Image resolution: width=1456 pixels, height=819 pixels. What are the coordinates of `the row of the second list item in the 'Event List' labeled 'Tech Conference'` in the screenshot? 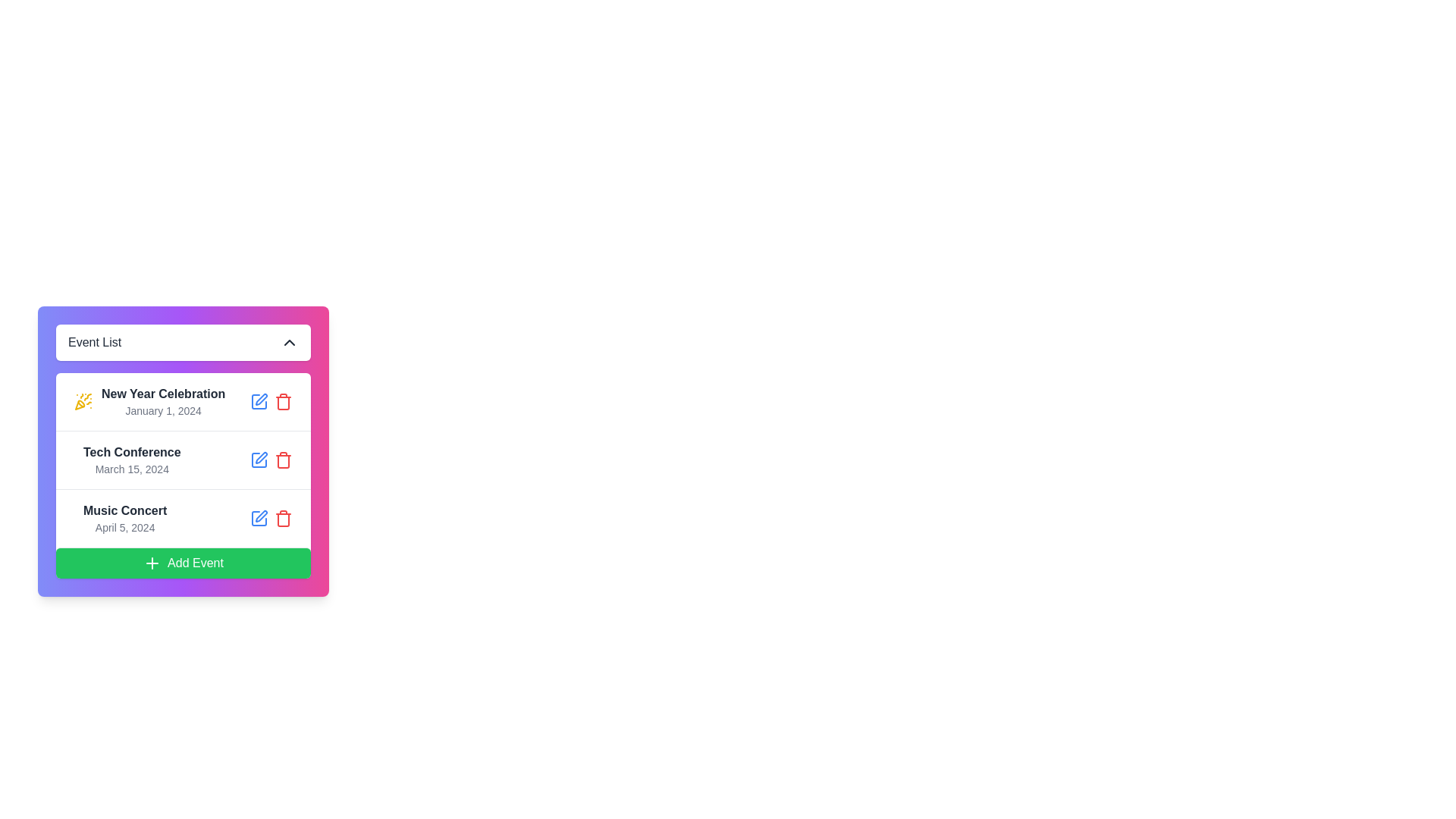 It's located at (182, 458).